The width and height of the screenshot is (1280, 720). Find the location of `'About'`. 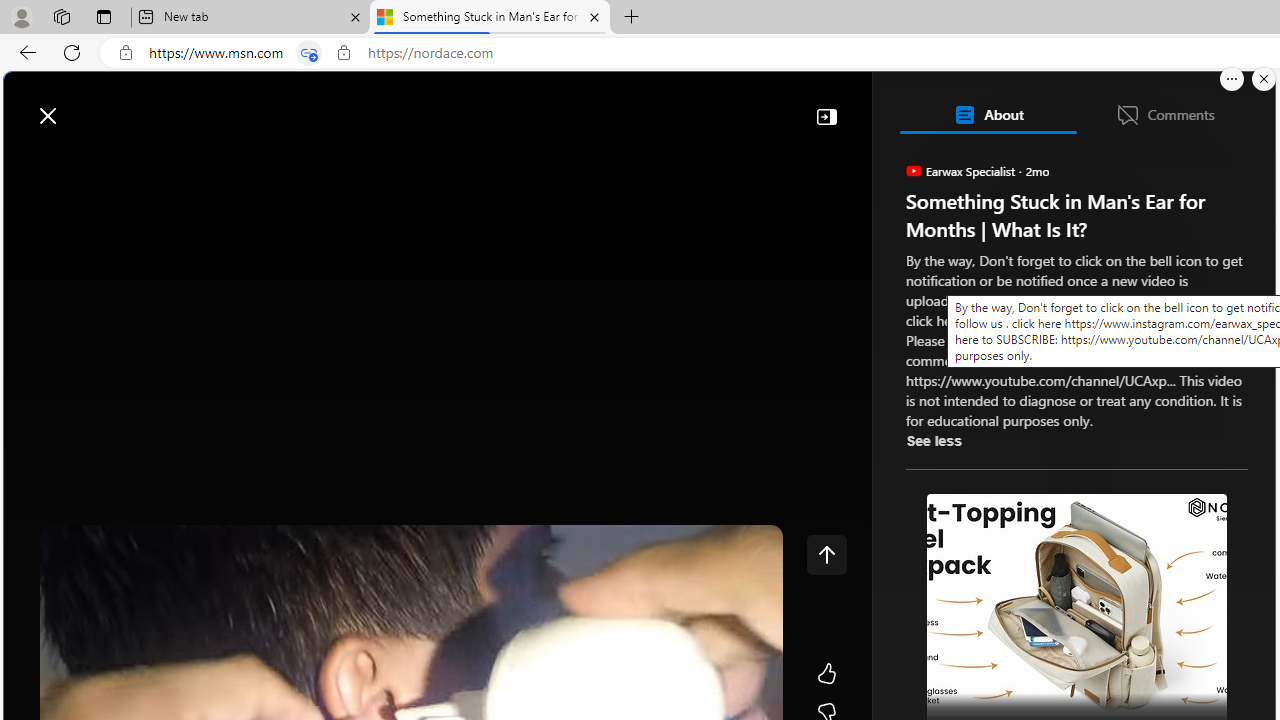

'About' is located at coordinates (987, 114).